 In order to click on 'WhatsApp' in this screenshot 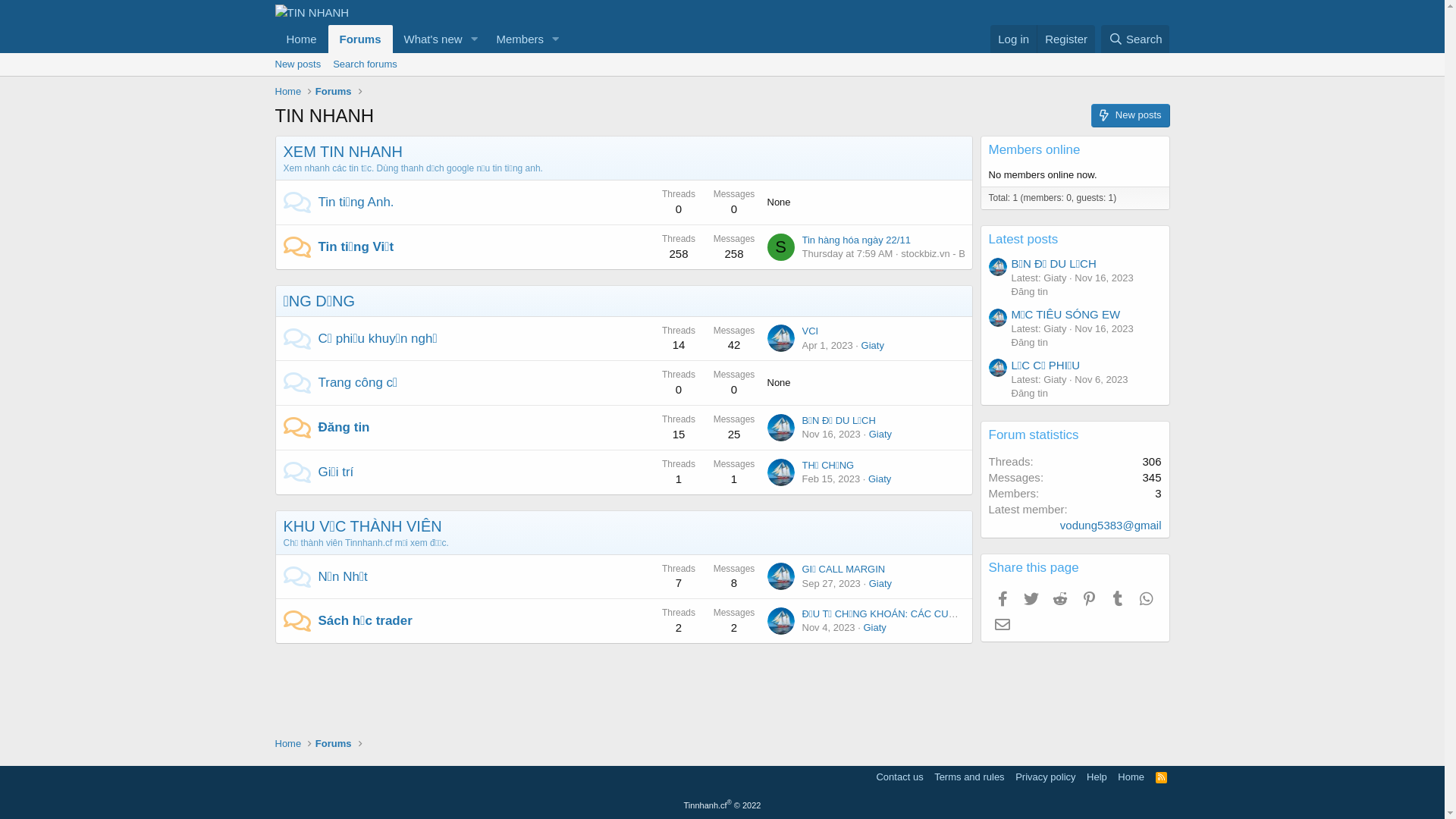, I will do `click(1146, 598)`.